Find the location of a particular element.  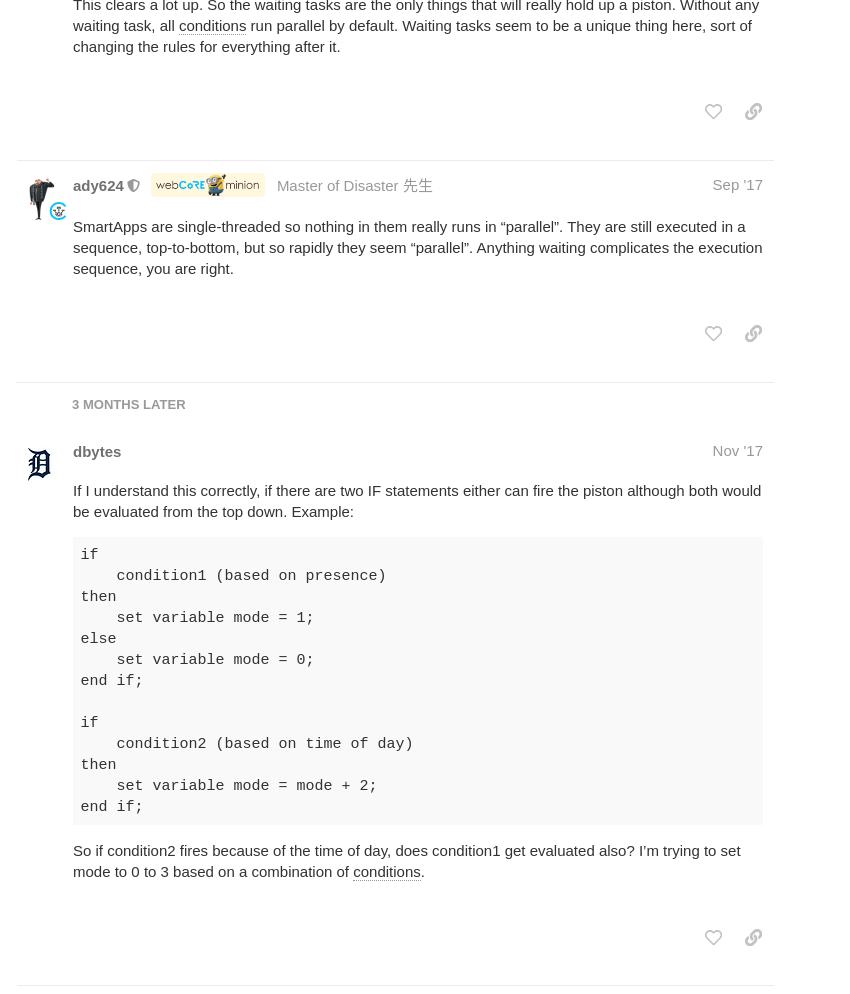

'mode = mode + 2;
end if;' is located at coordinates (228, 795).